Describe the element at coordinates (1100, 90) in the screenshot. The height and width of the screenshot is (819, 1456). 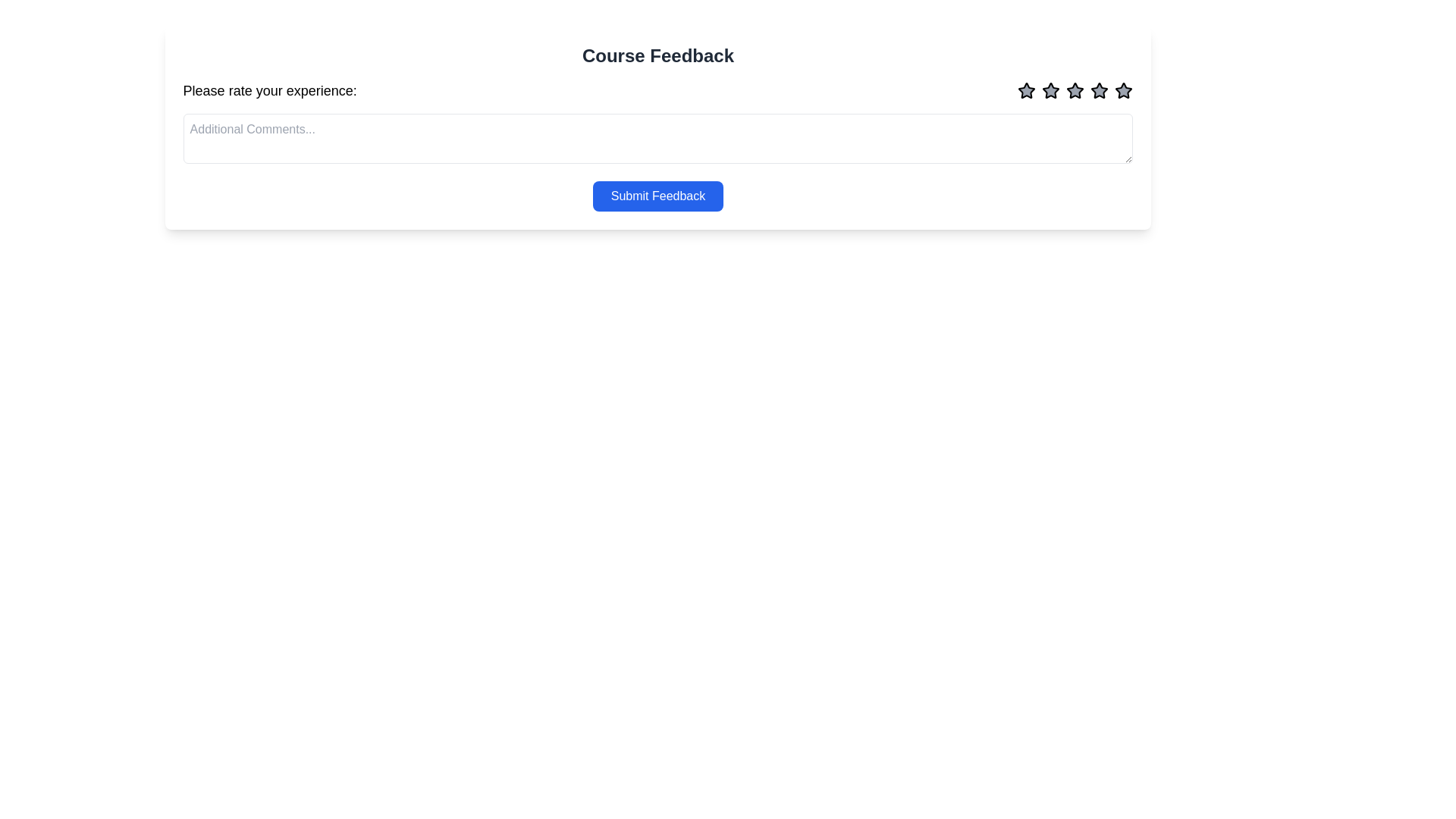
I see `the fourth star in the five-star rating system for the 'Course Feedback' form` at that location.